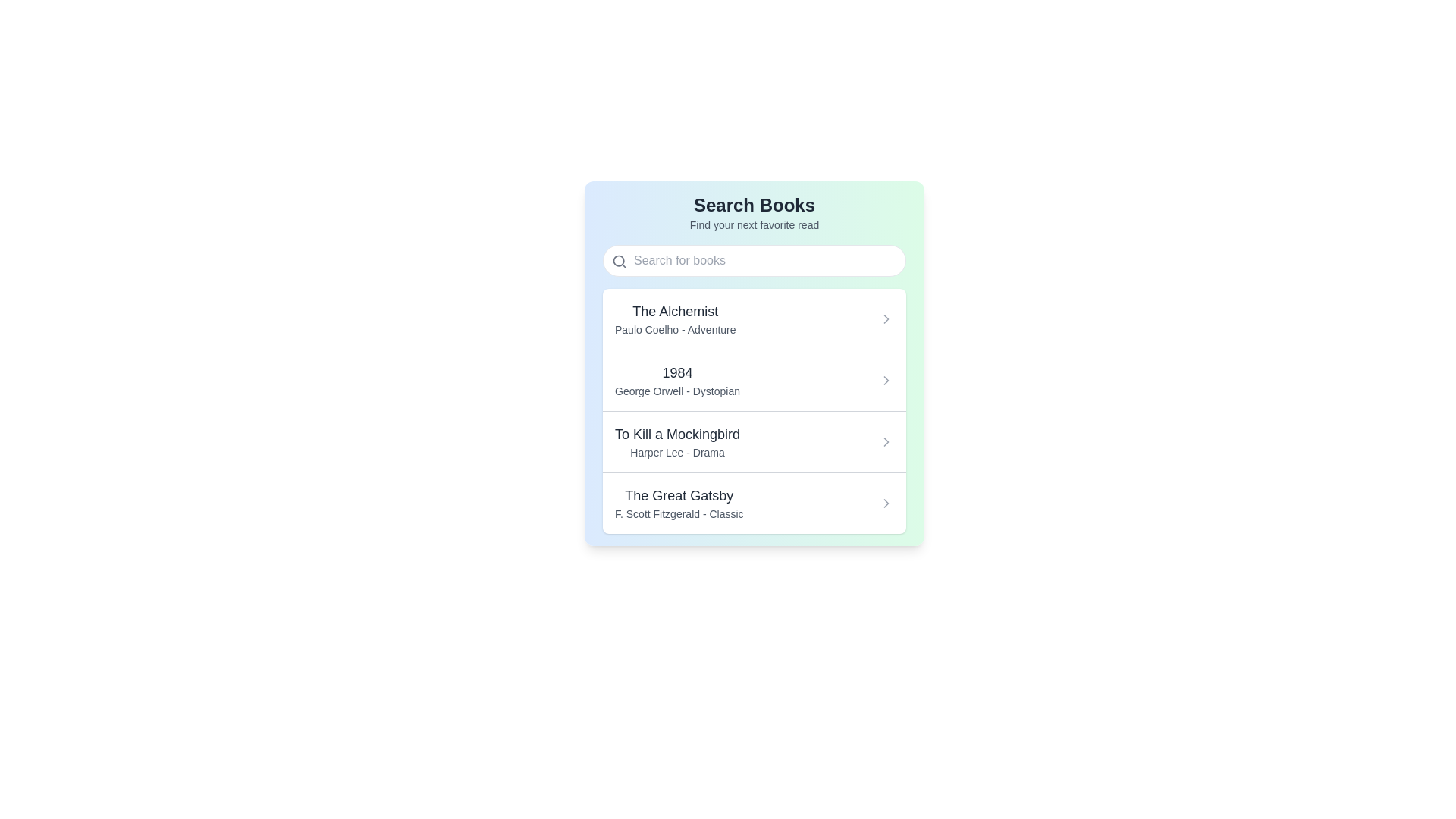 Image resolution: width=1456 pixels, height=819 pixels. What do you see at coordinates (754, 225) in the screenshot?
I see `static text label below the 'Search Books' title to understand its context and purpose for inviting users to find their next favorite book` at bounding box center [754, 225].